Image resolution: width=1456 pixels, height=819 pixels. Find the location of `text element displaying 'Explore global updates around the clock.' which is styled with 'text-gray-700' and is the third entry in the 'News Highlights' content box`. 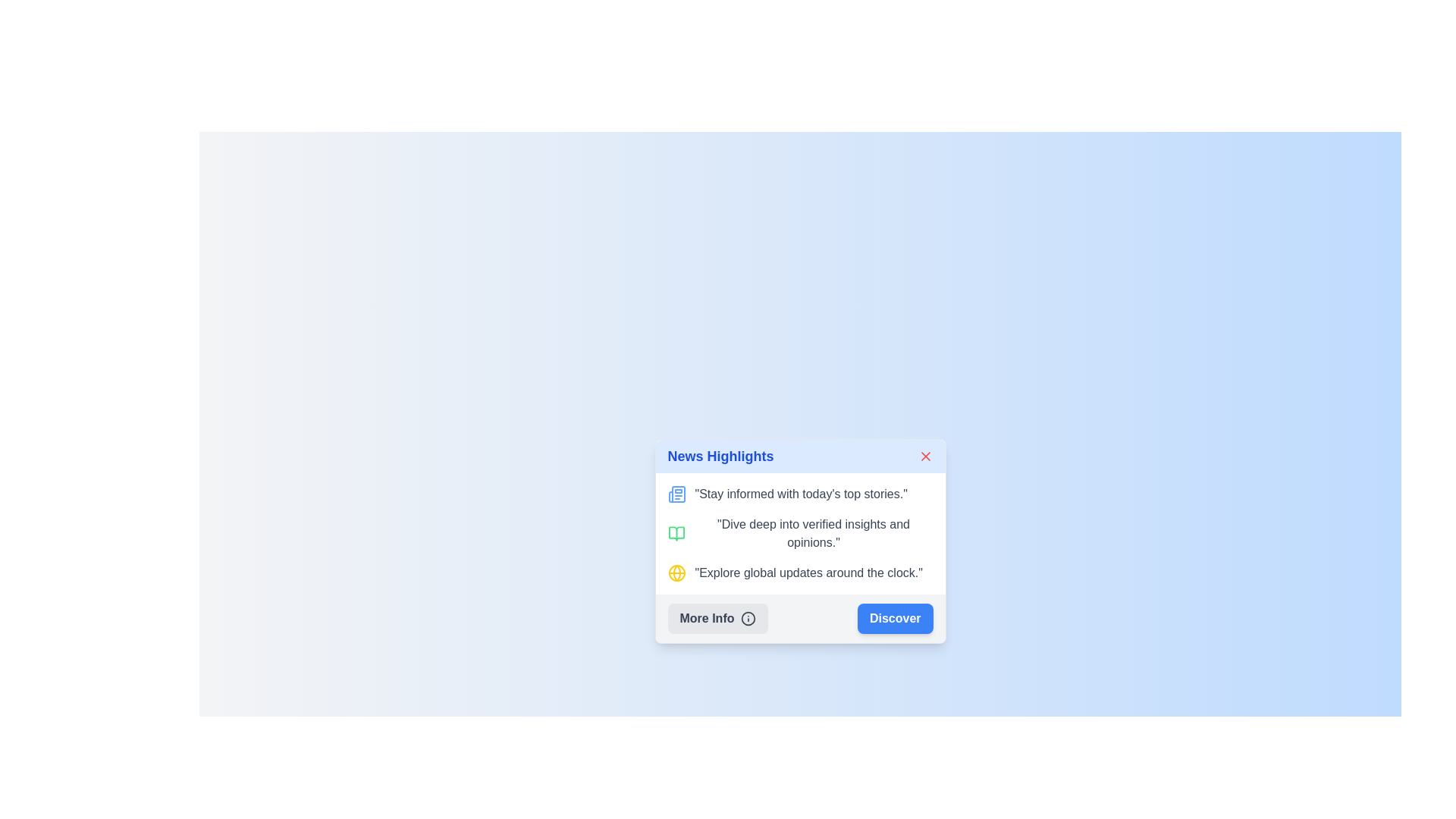

text element displaying 'Explore global updates around the clock.' which is styled with 'text-gray-700' and is the third entry in the 'News Highlights' content box is located at coordinates (808, 573).